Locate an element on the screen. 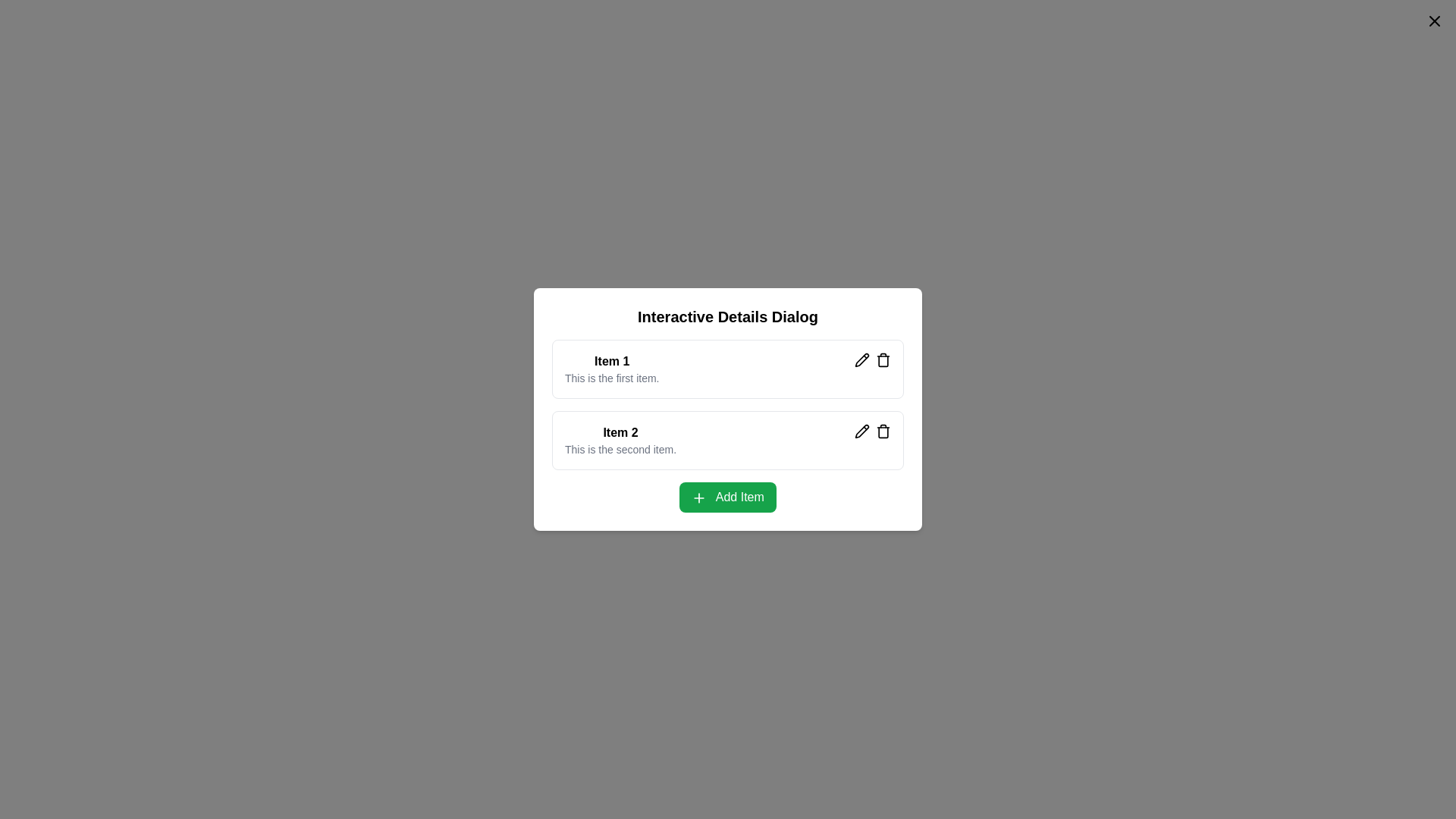 The image size is (1456, 819). the trash can icon in the bottom-right corner of the second item block is located at coordinates (873, 431).